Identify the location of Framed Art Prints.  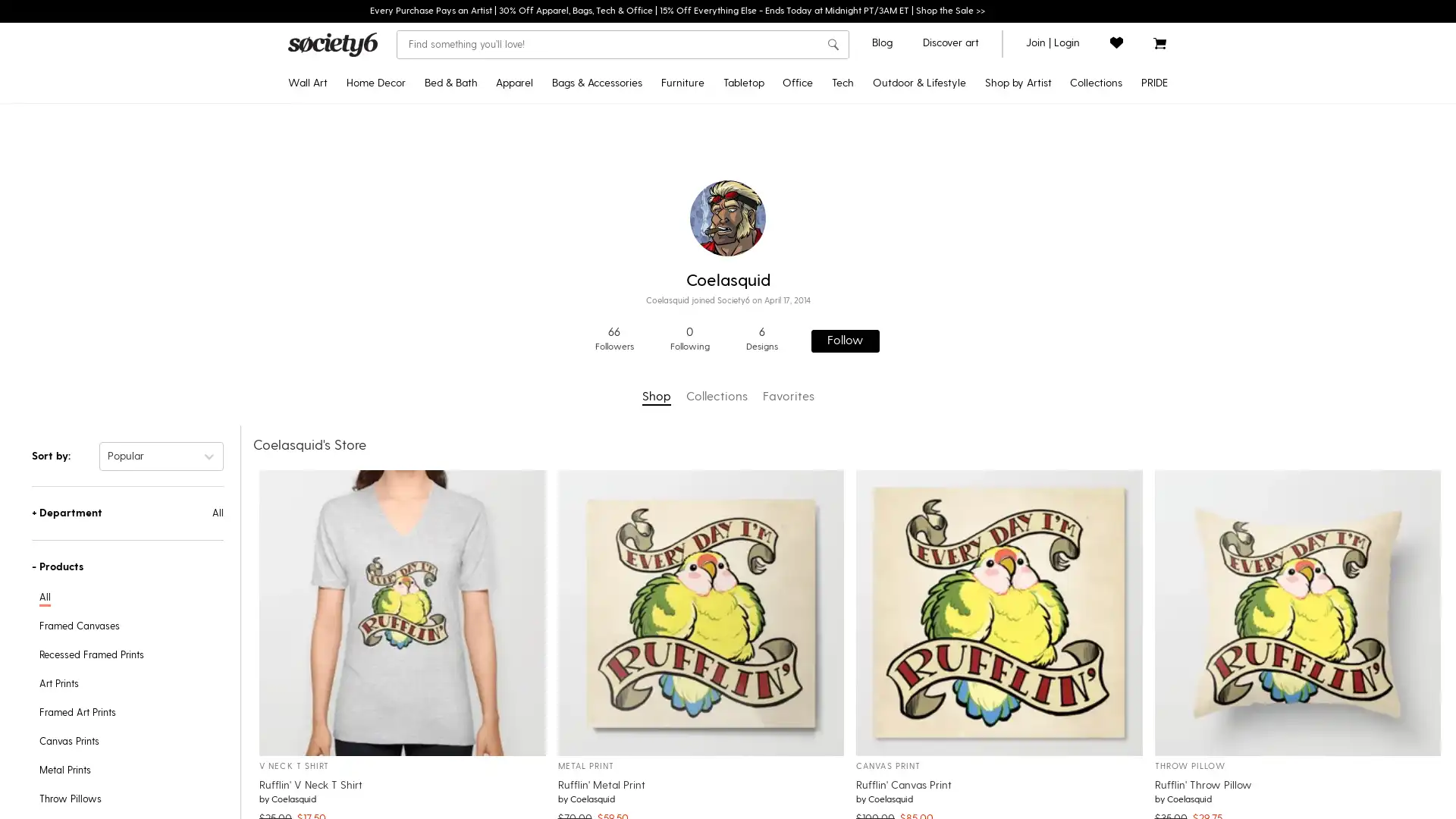
(356, 146).